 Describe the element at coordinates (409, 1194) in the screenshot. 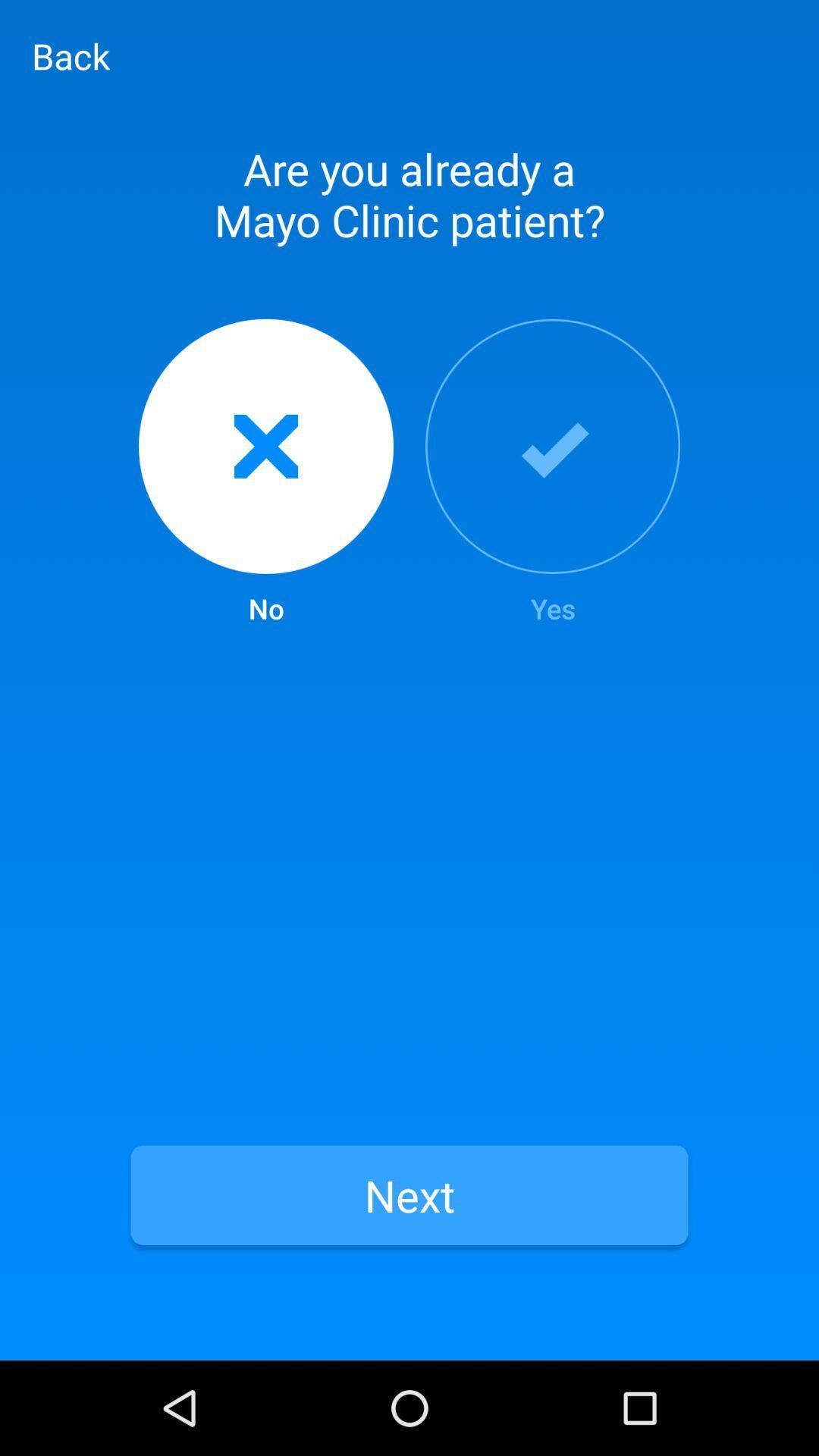

I see `next icon` at that location.